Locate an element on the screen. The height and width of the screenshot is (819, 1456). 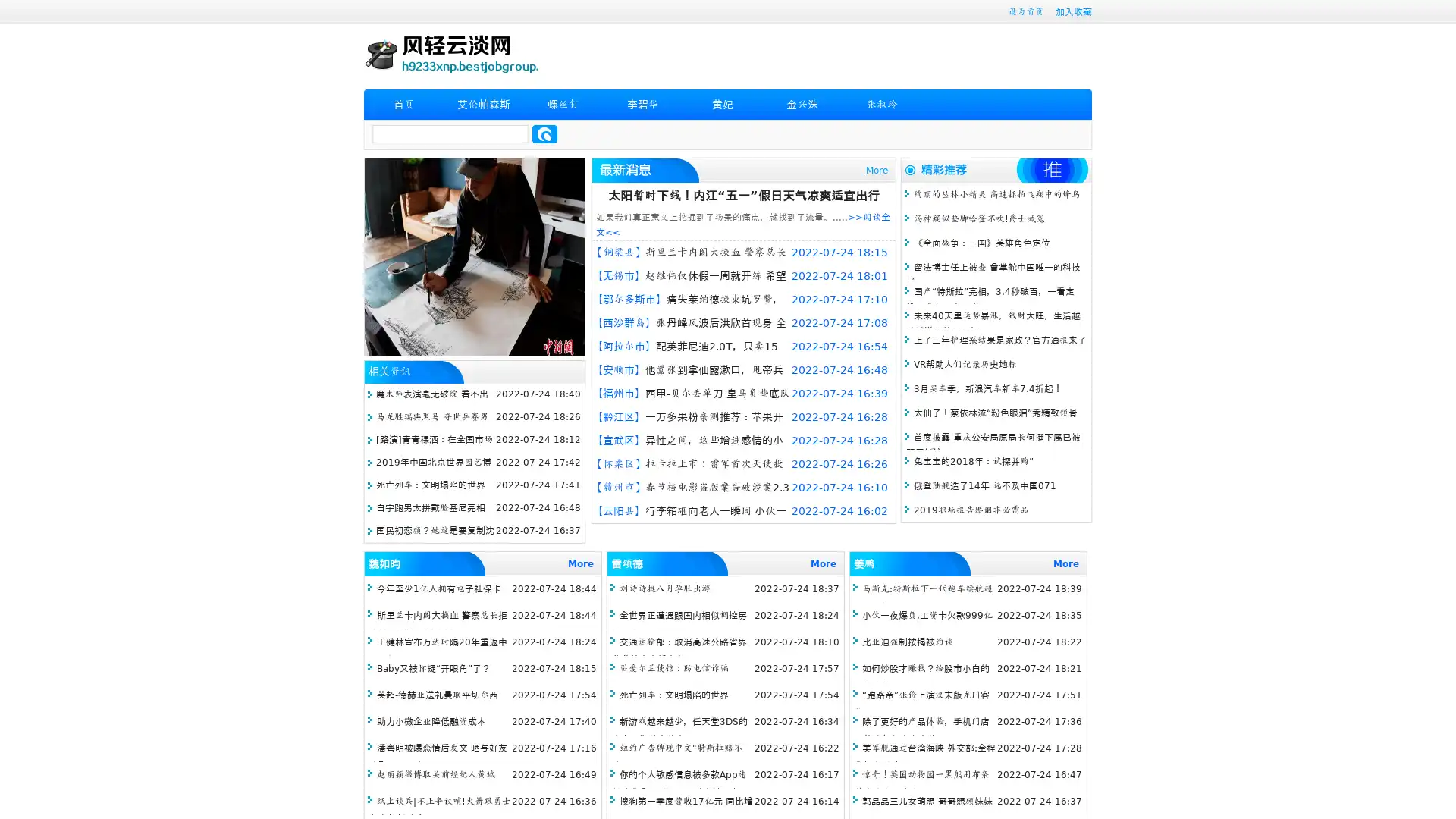
Search is located at coordinates (544, 133).